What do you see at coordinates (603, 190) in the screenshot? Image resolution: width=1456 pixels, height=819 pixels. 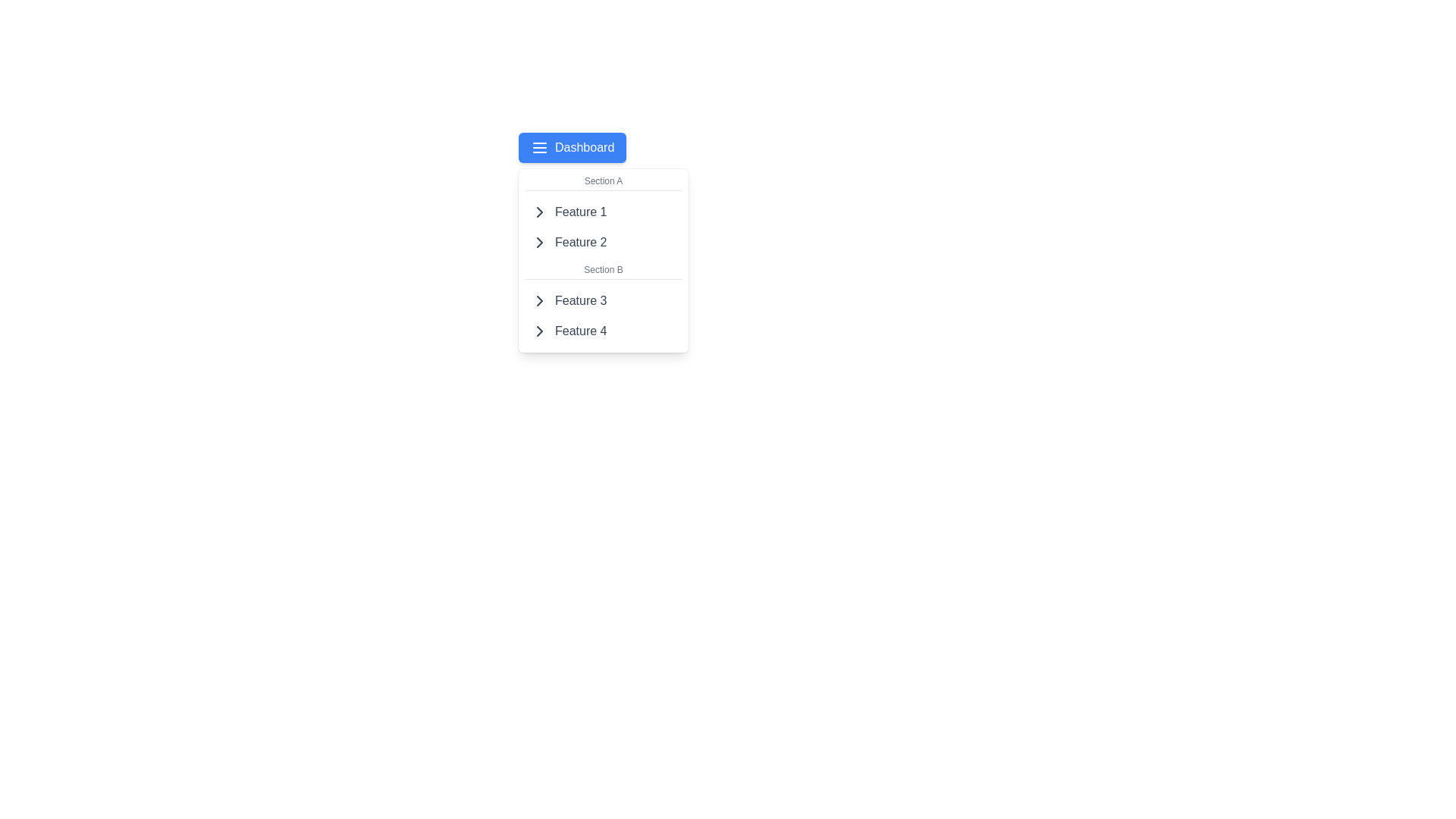 I see `the thin horizontal divider line located beneath the 'Section A' header, which visually separates it from the listed items 'Feature 1' and 'Feature 2'` at bounding box center [603, 190].